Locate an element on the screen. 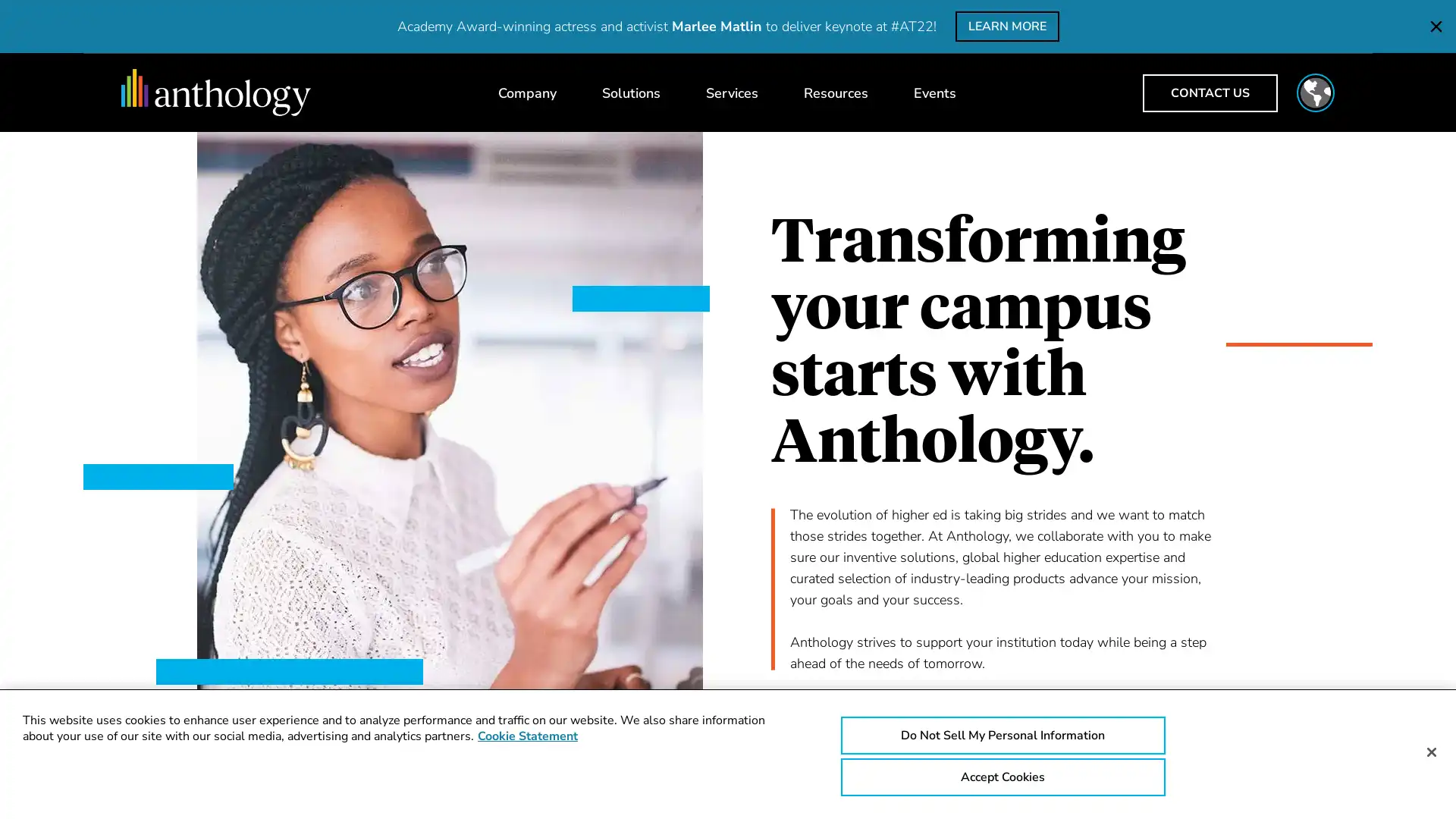 The width and height of the screenshot is (1456, 819). Watch our overview video is located at coordinates (887, 755).